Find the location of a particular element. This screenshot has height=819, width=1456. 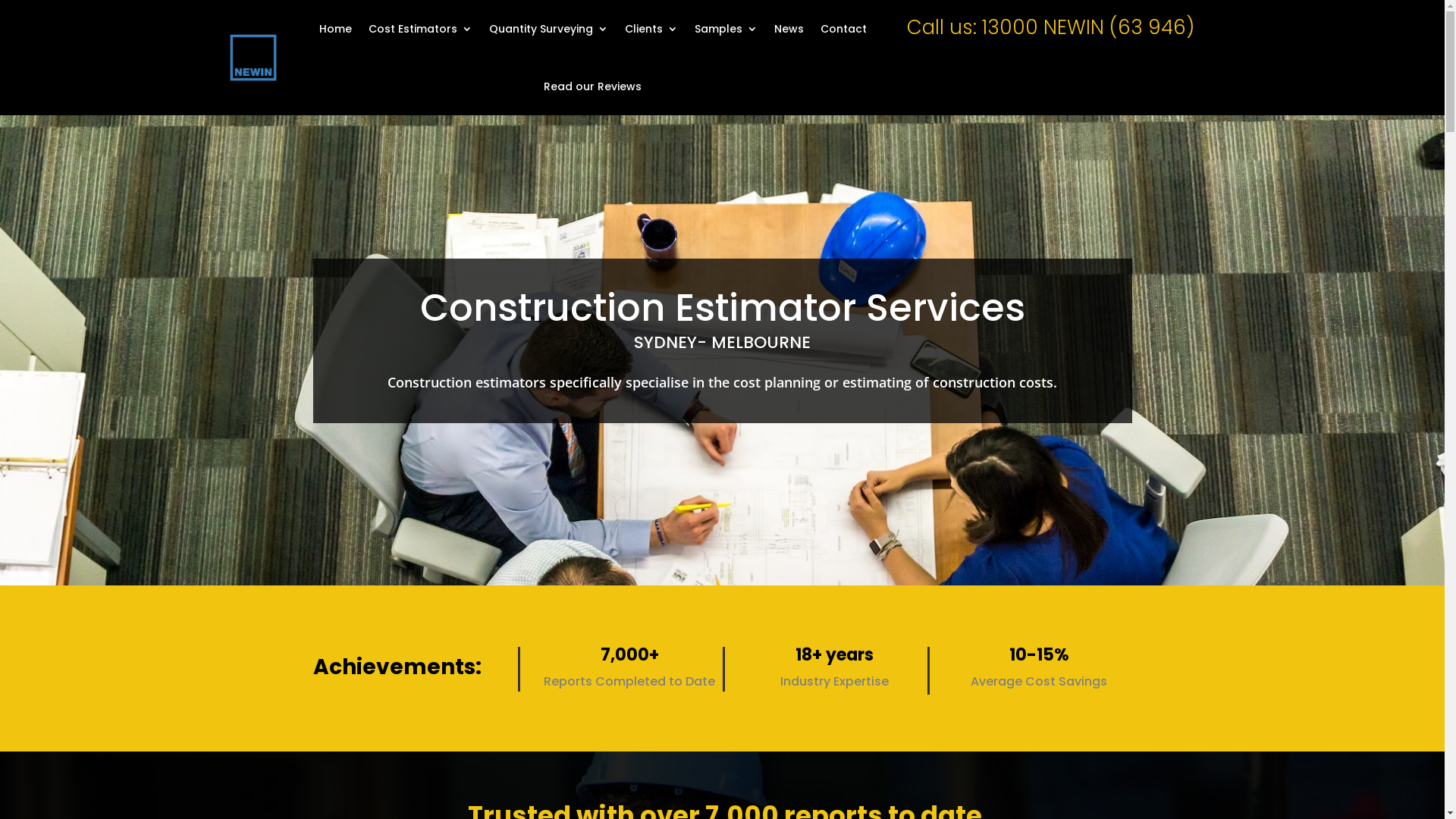

'Call us: 13000 NEWIN (63 946)' is located at coordinates (1050, 27).